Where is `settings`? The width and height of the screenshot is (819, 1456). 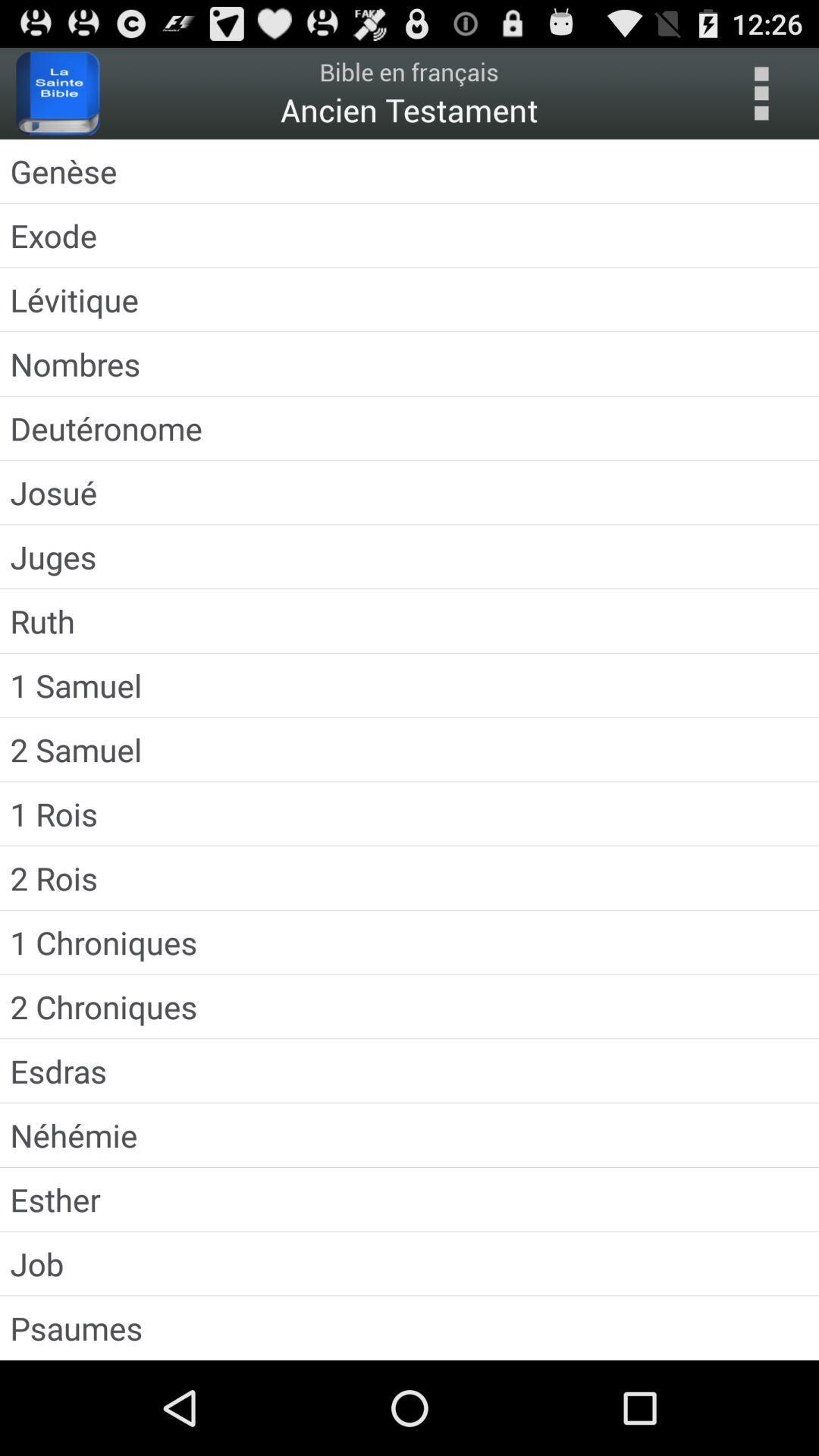
settings is located at coordinates (761, 93).